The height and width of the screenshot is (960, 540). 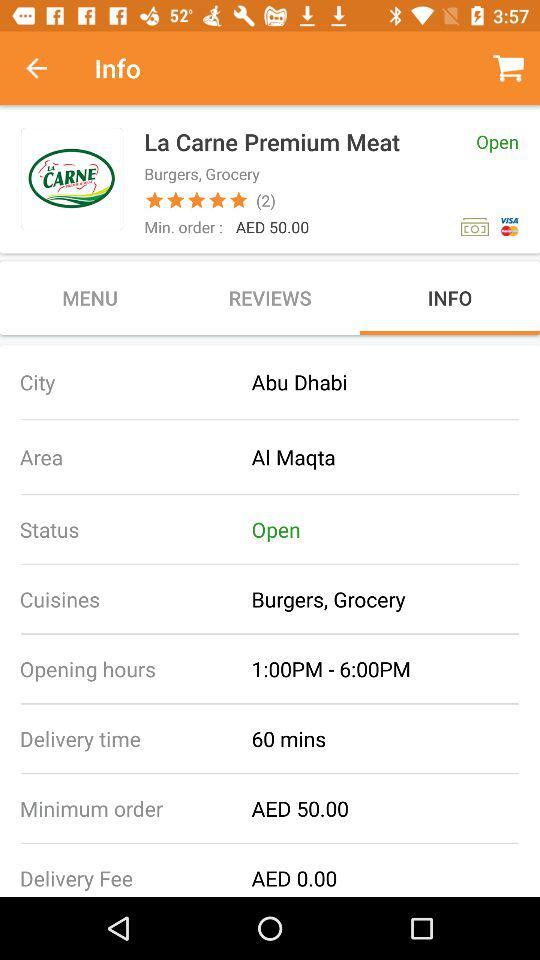 I want to click on previous, so click(x=47, y=68).